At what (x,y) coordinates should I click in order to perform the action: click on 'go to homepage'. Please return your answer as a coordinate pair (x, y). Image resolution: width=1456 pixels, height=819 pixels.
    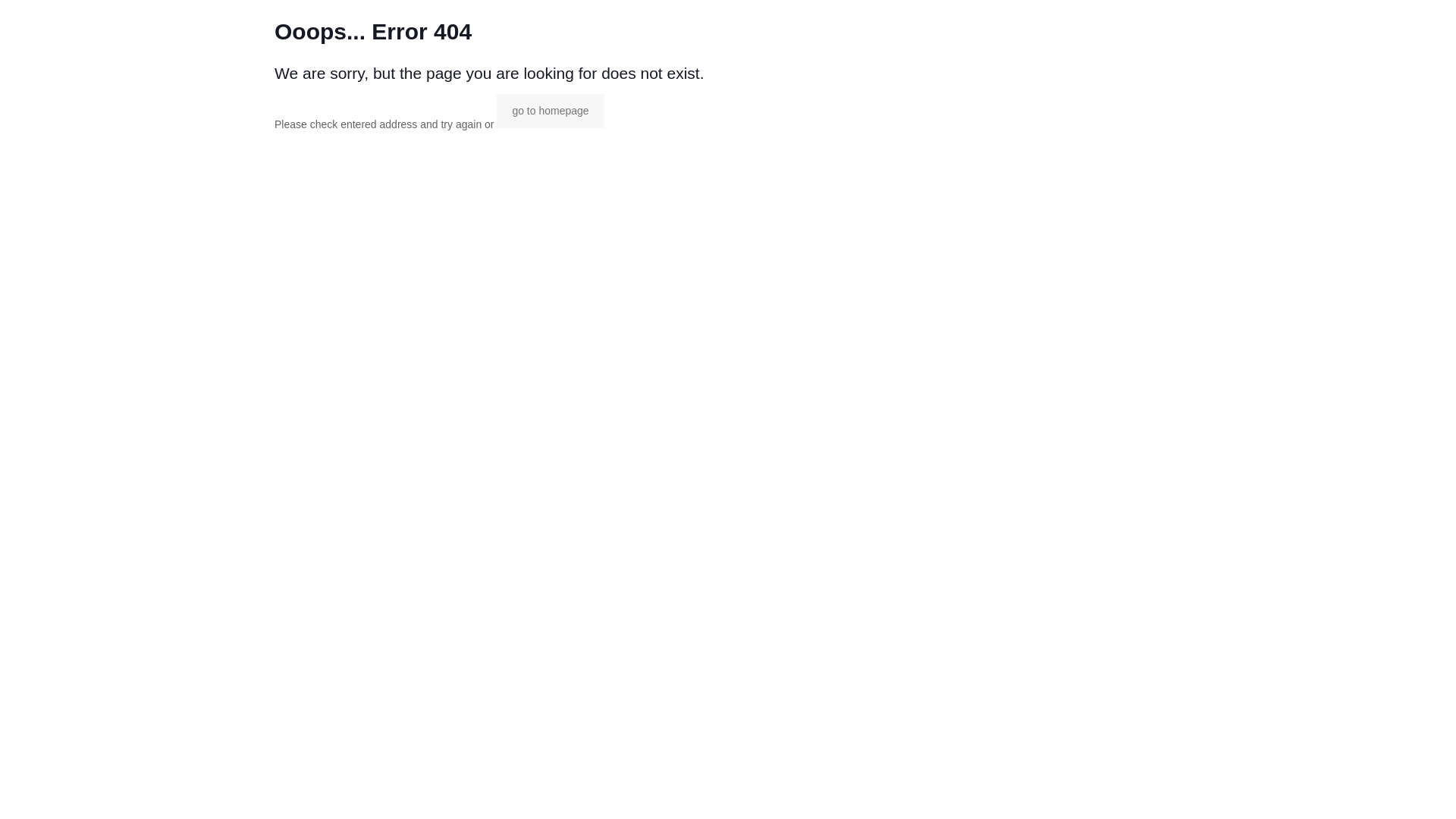
    Looking at the image, I should click on (496, 110).